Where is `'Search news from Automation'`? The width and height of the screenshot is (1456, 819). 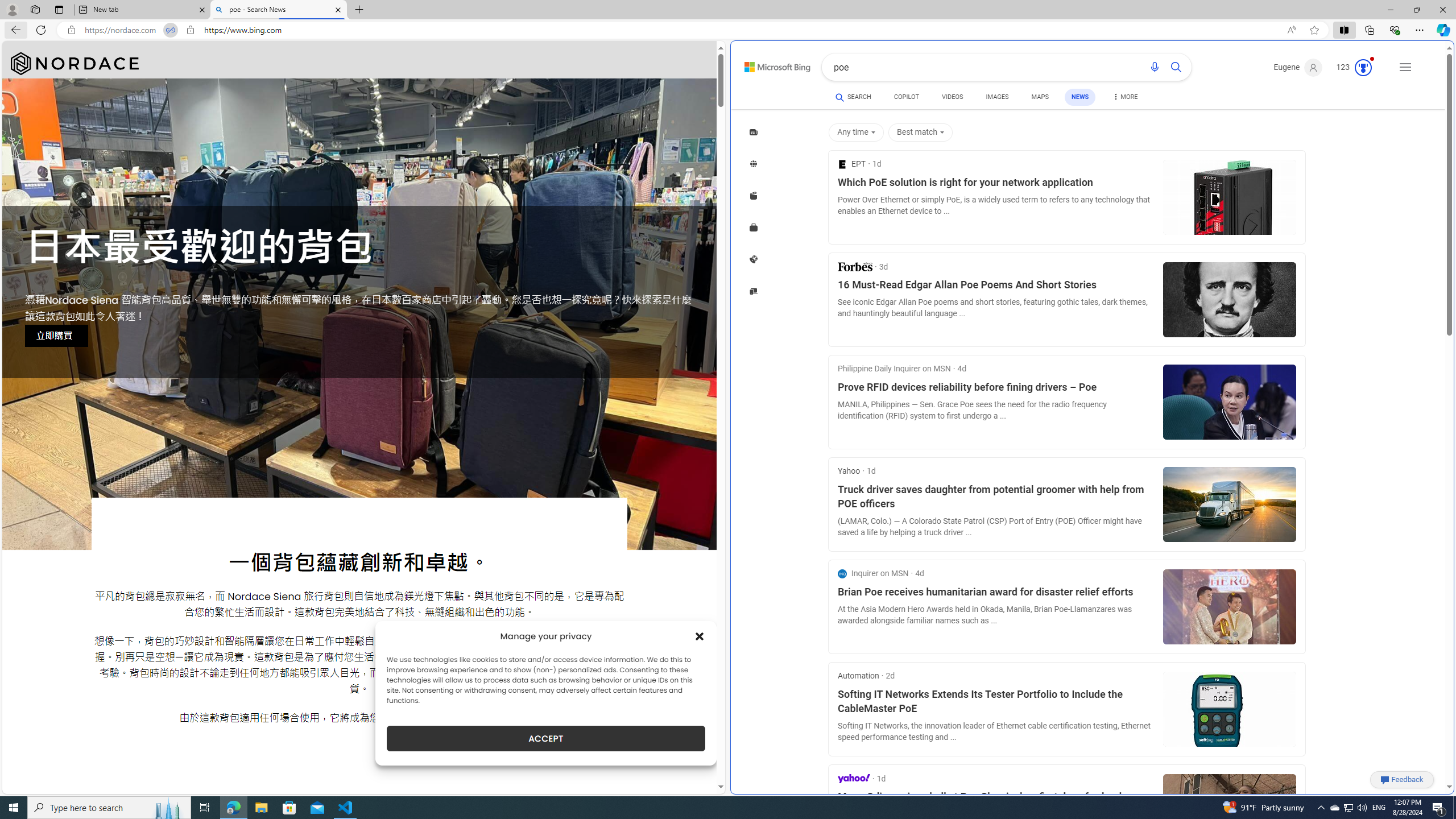 'Search news from Automation' is located at coordinates (858, 675).